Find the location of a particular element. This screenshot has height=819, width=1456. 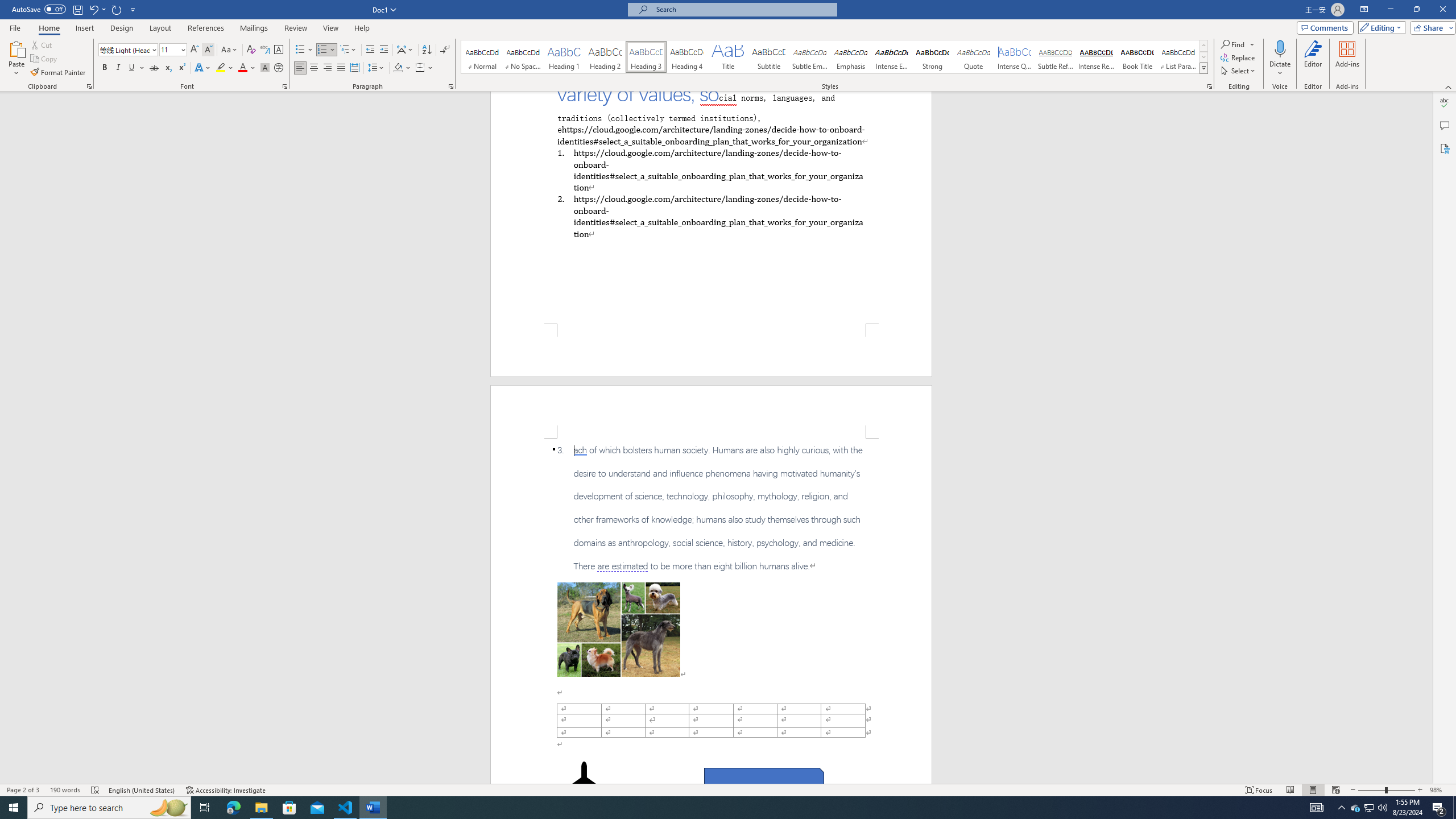

'Undo Paragraph Alignment' is located at coordinates (97, 9).